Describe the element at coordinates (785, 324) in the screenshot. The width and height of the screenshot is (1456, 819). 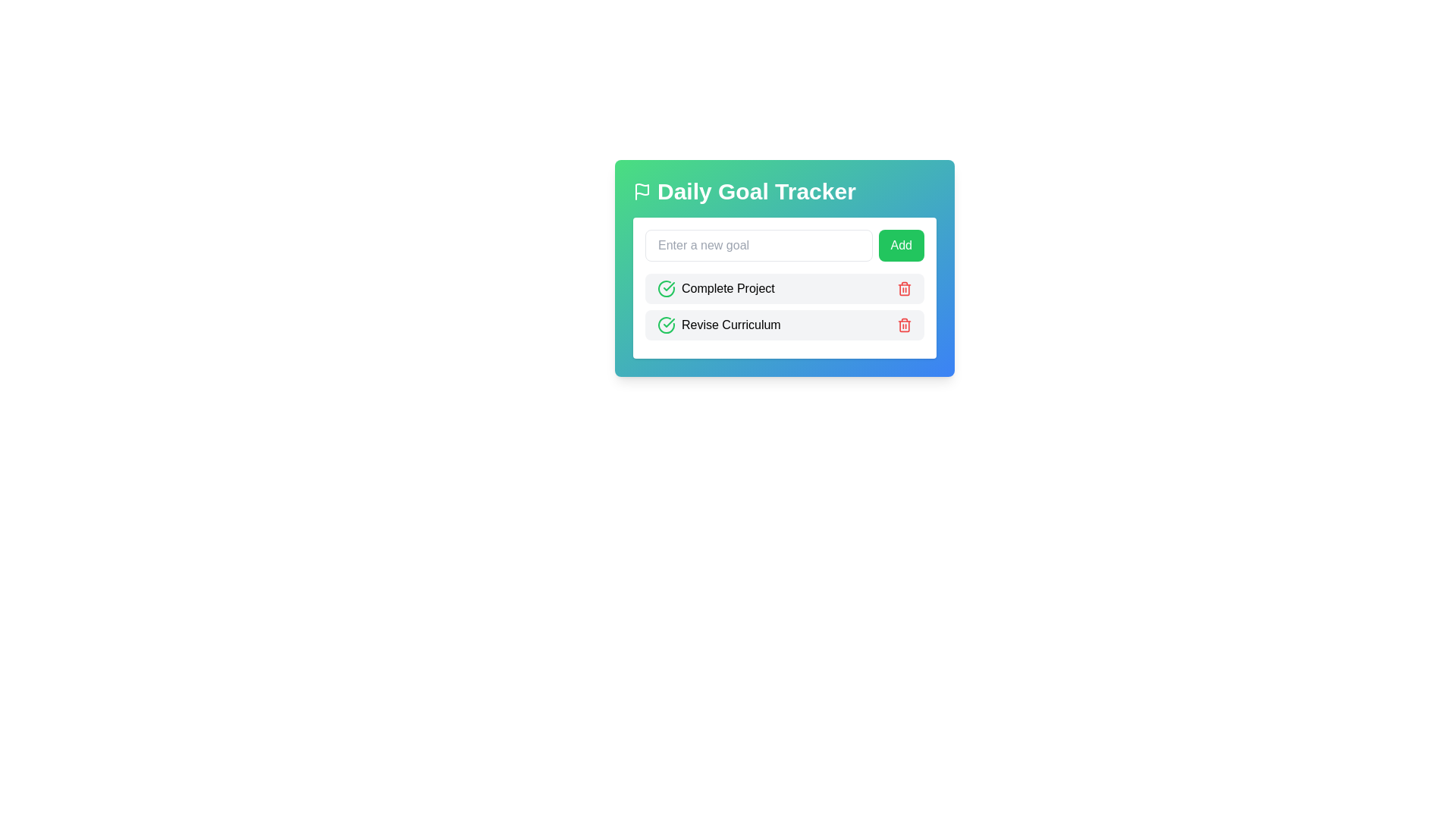
I see `the green checkmark on the task entry labeled 'Revise Curriculum' in the Daily Goal Tracker list to confirm the task` at that location.